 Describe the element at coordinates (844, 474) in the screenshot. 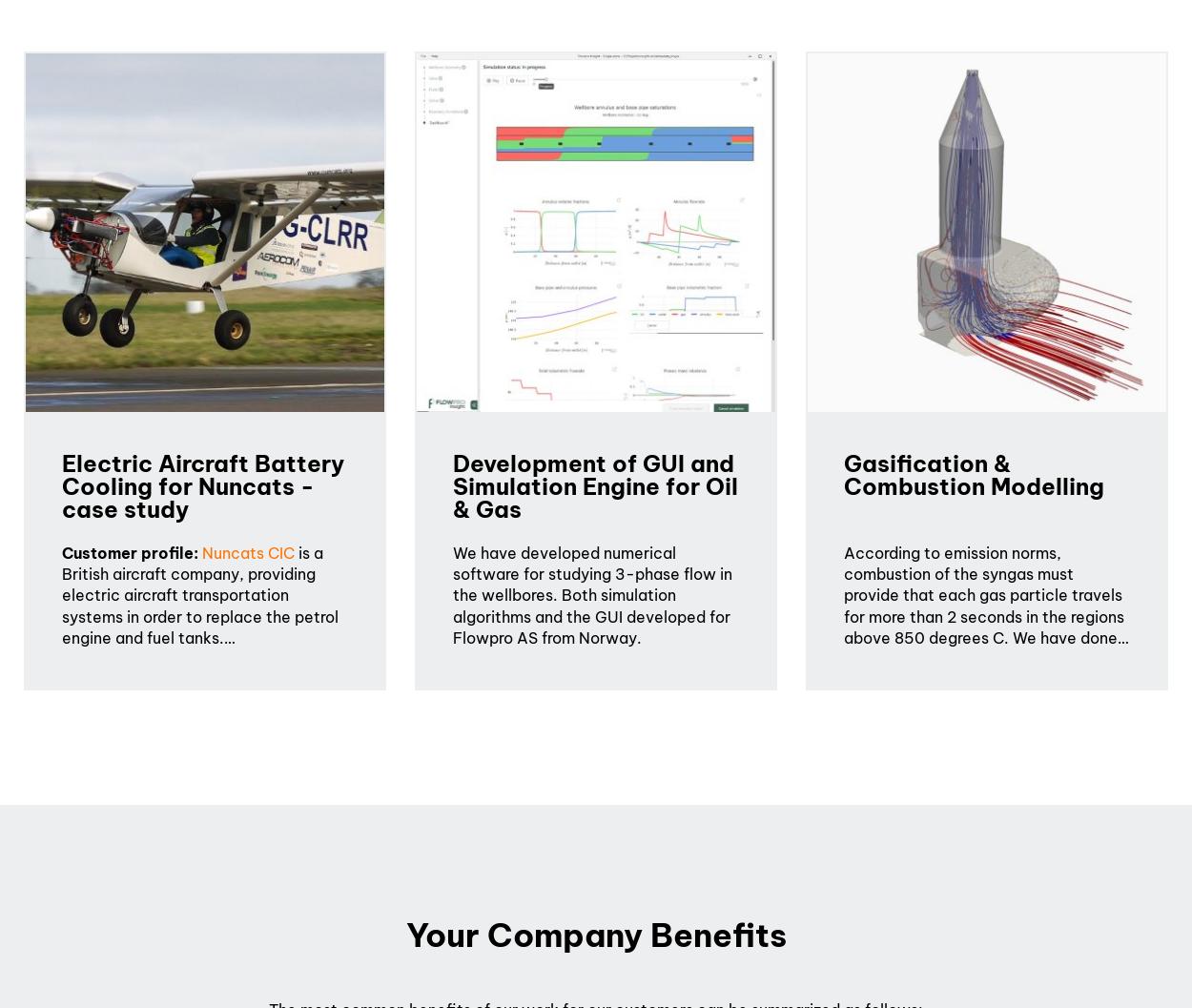

I see `'Gasification & Combustion Modelling'` at that location.